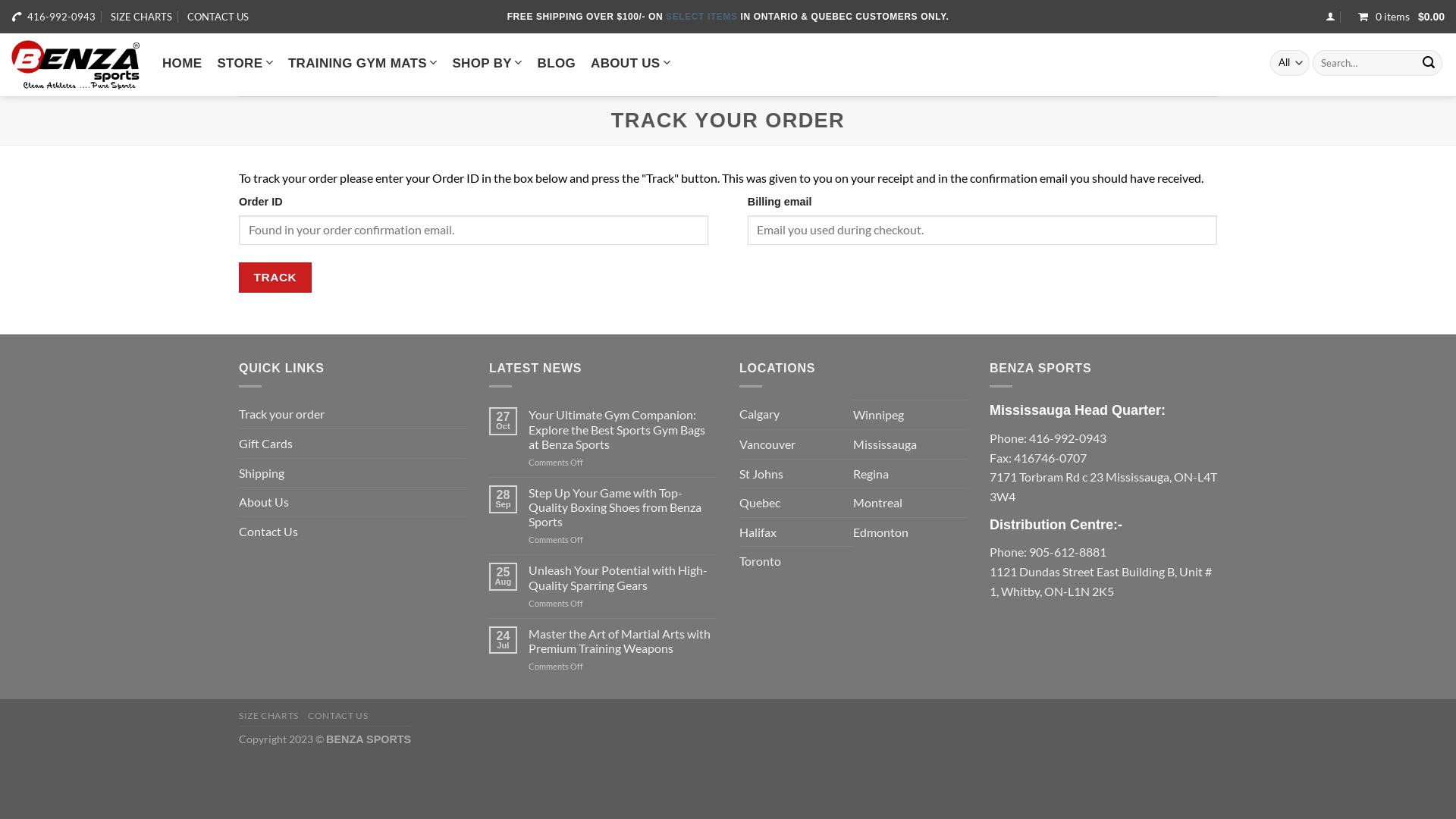 The image size is (1456, 819). Describe the element at coordinates (281, 414) in the screenshot. I see `'Track your order'` at that location.